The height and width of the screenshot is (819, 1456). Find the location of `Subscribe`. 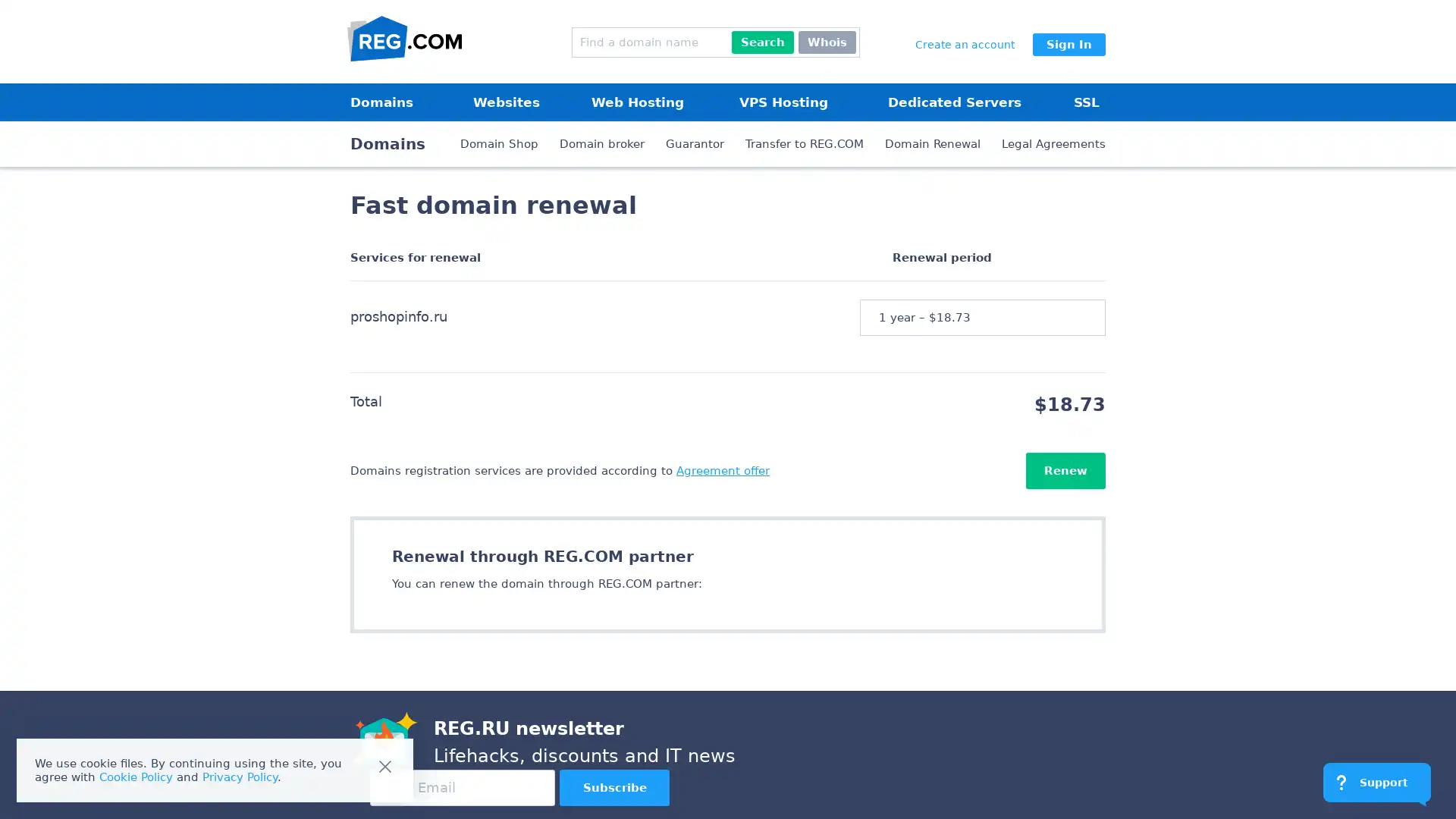

Subscribe is located at coordinates (614, 786).